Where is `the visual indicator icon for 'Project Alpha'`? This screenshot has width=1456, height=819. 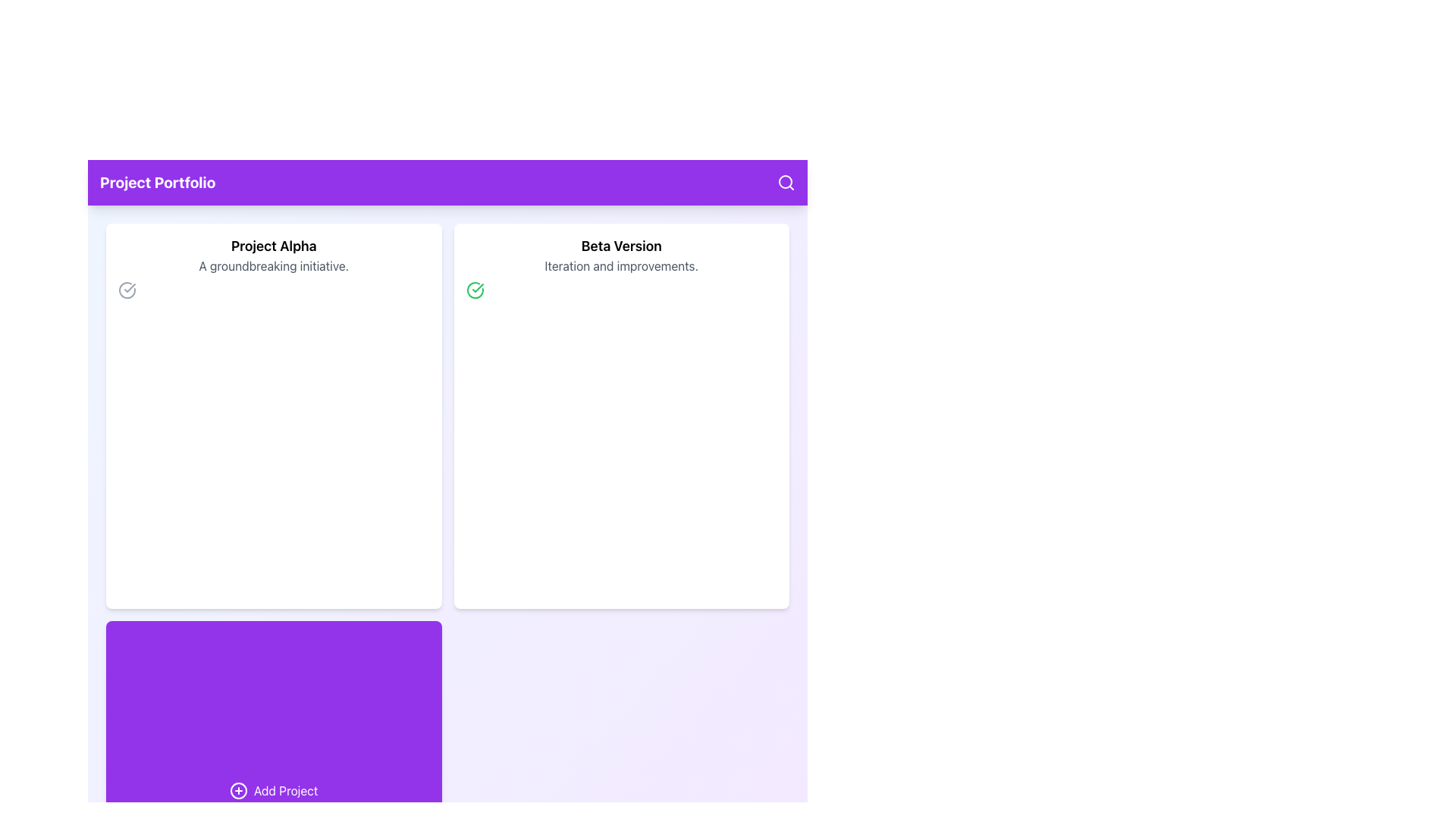 the visual indicator icon for 'Project Alpha' is located at coordinates (127, 290).